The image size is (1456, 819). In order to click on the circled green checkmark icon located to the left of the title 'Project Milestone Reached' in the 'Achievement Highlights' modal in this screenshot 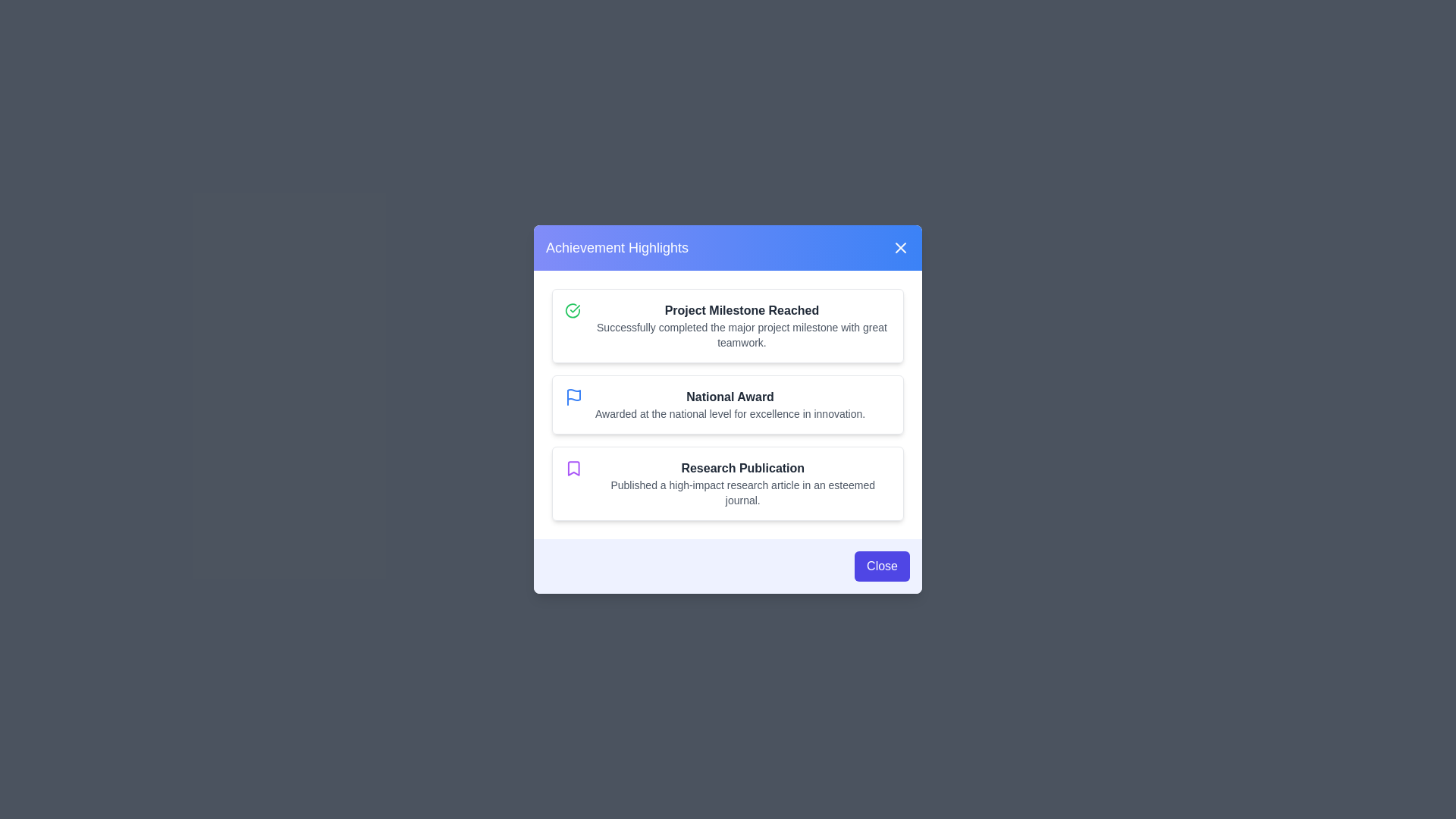, I will do `click(572, 309)`.